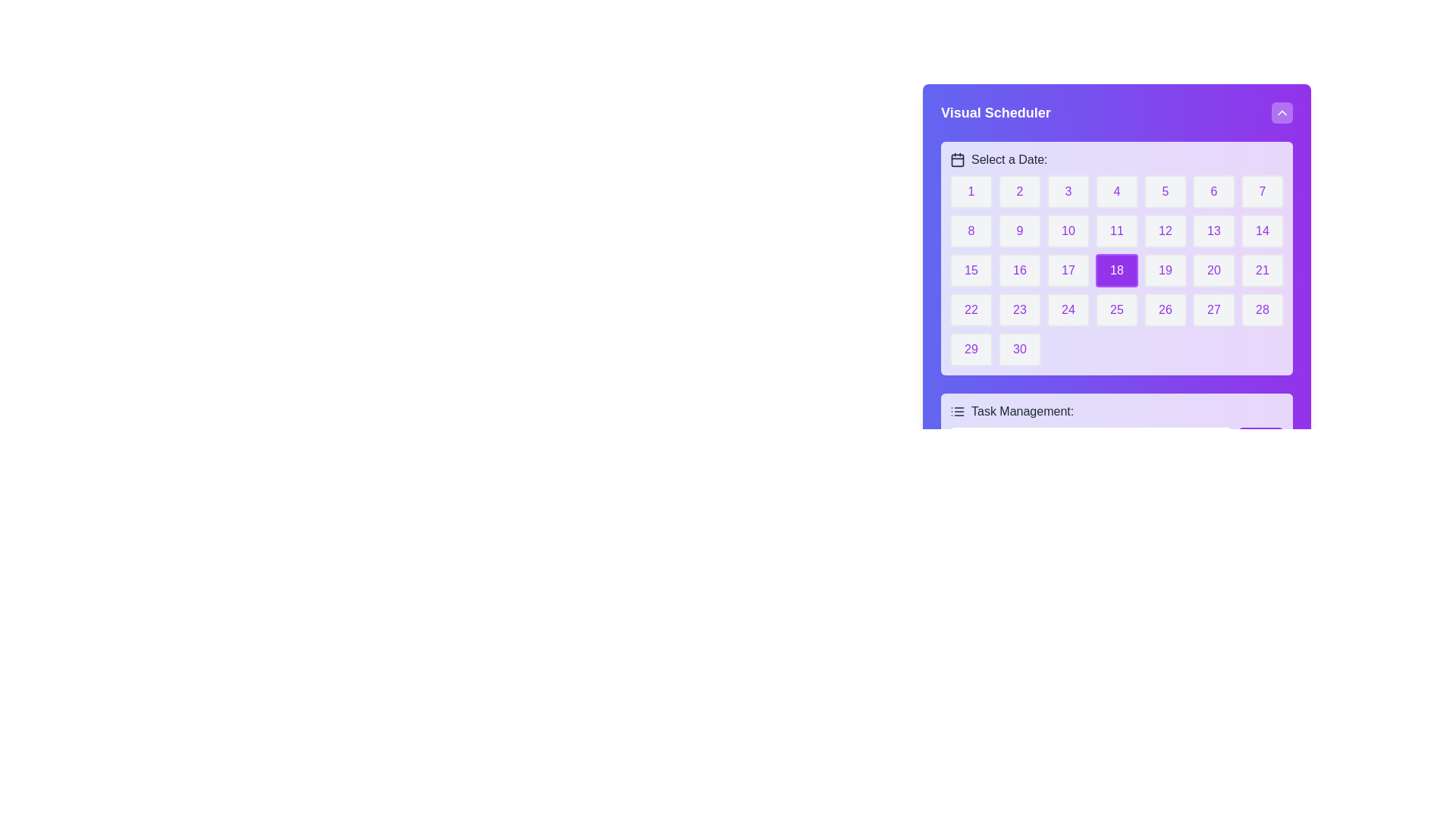 Image resolution: width=1456 pixels, height=819 pixels. I want to click on the interactive date button in the calendar component located in the fourth row and second column, allowing for keyboard navigation, so click(1019, 309).